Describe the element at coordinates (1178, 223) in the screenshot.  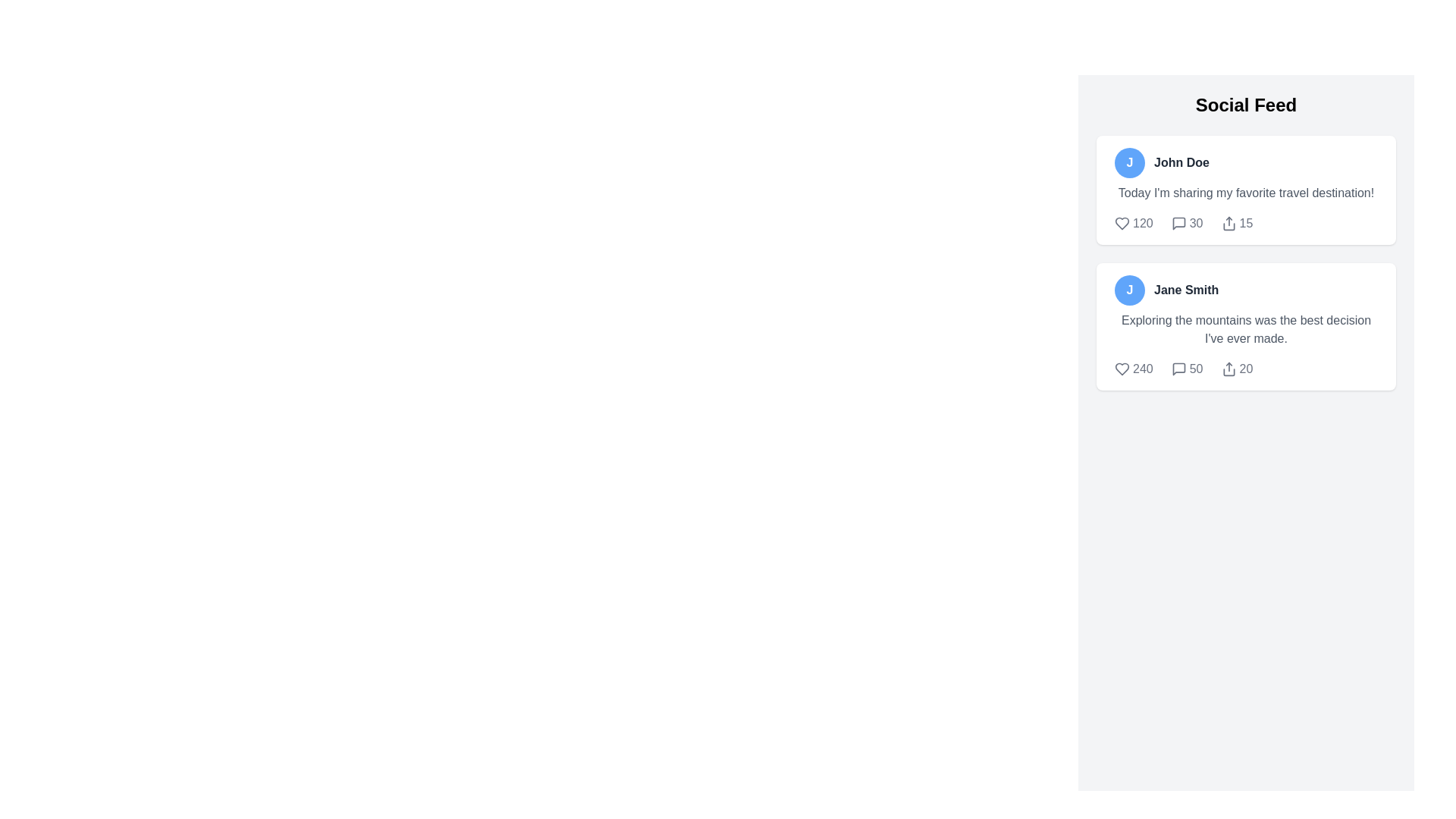
I see `the comment bubble icon located to the left of the number '30' in the first post under the Social Feed section` at that location.